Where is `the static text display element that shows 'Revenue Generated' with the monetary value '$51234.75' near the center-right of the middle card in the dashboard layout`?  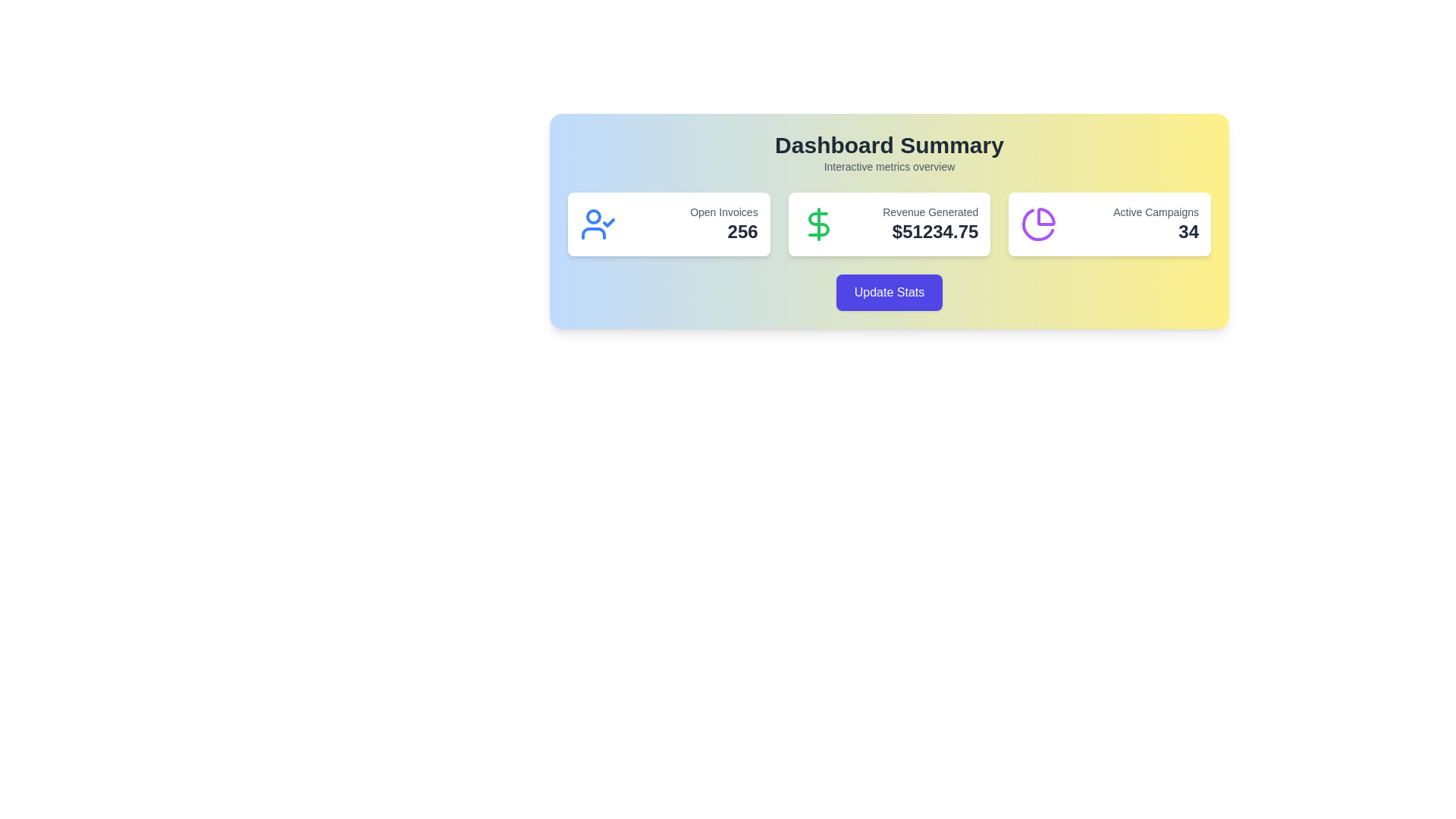
the static text display element that shows 'Revenue Generated' with the monetary value '$51234.75' near the center-right of the middle card in the dashboard layout is located at coordinates (930, 224).